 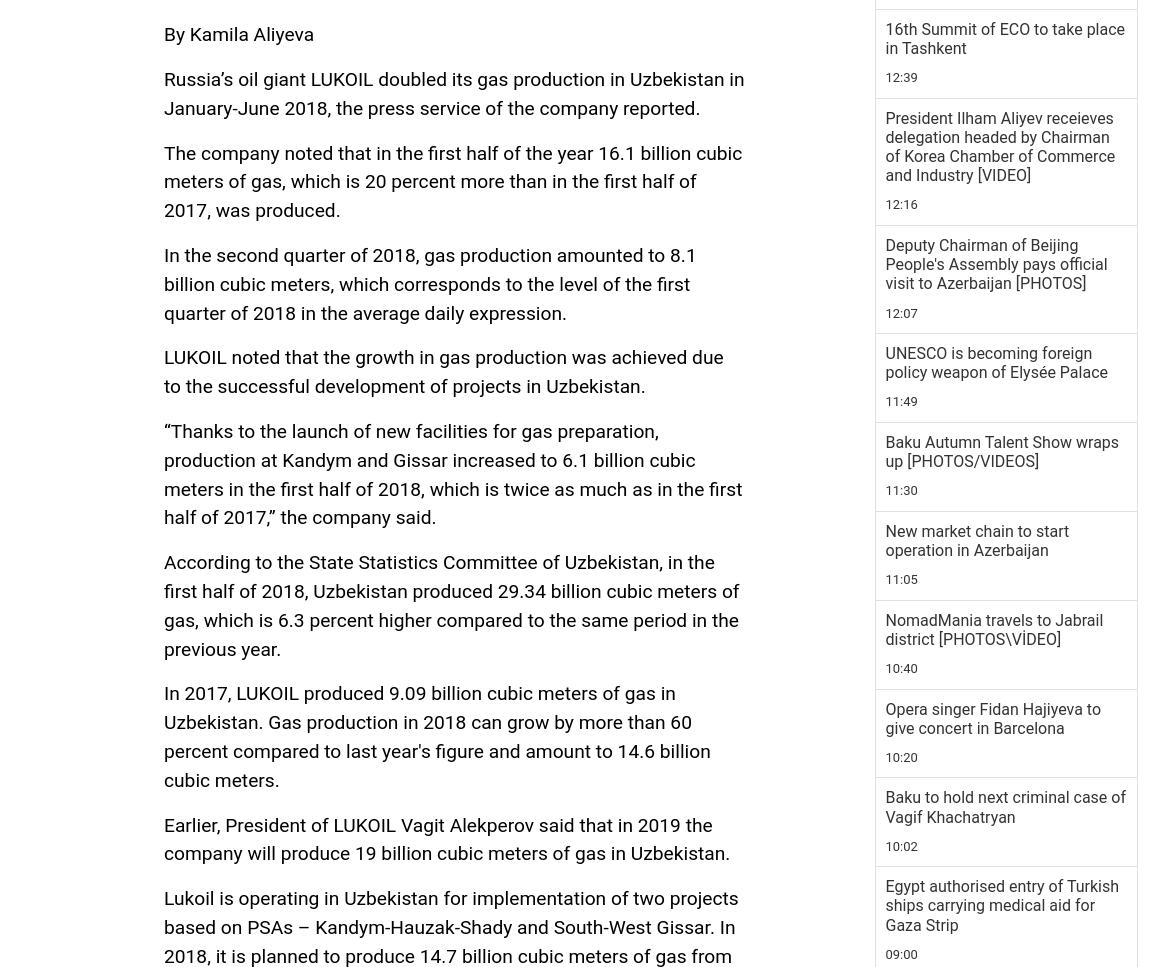 What do you see at coordinates (885, 227) in the screenshot?
I see `'5 November 19:28'` at bounding box center [885, 227].